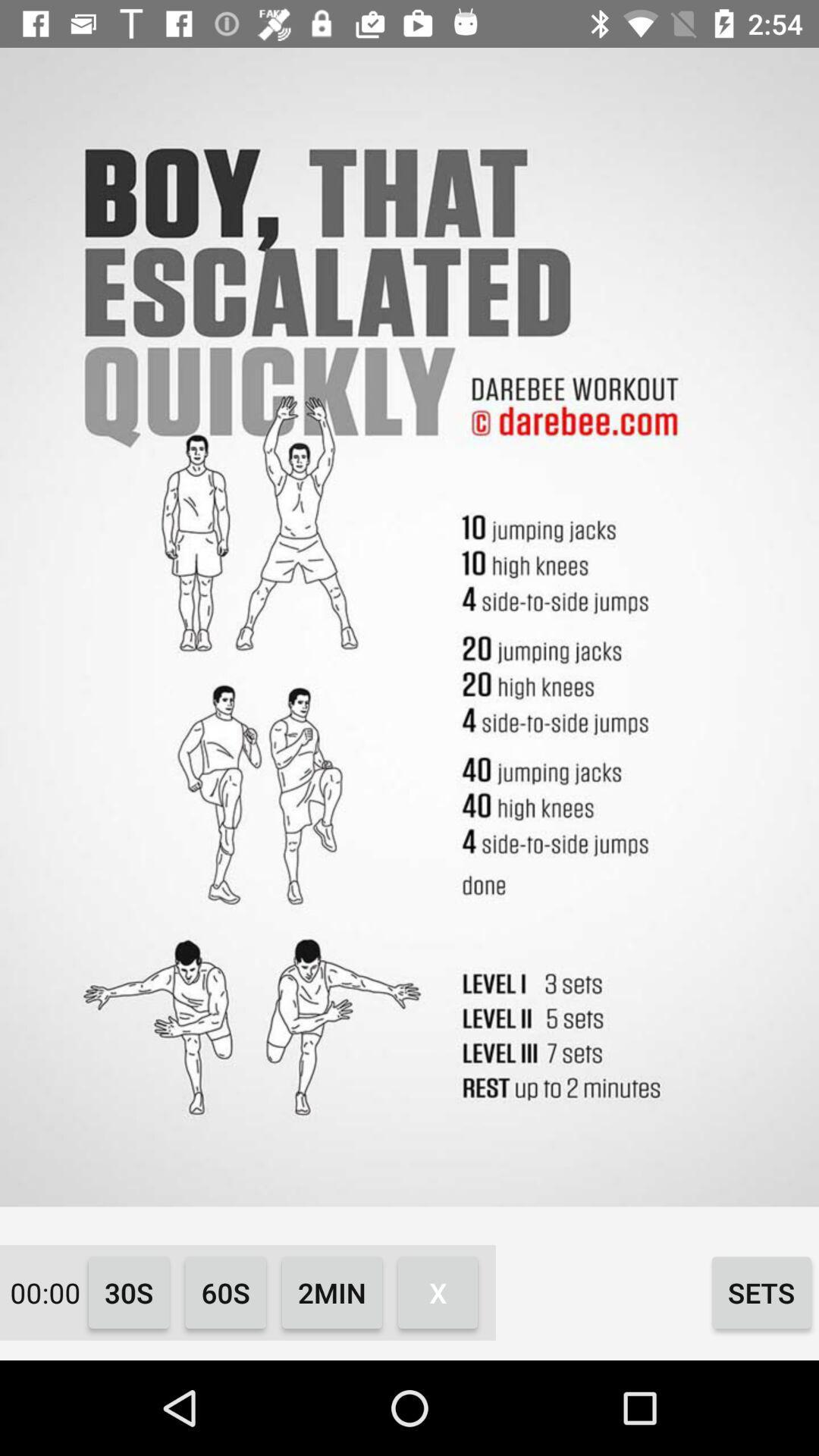 This screenshot has width=819, height=1456. What do you see at coordinates (128, 1291) in the screenshot?
I see `item to the left of the 60s icon` at bounding box center [128, 1291].